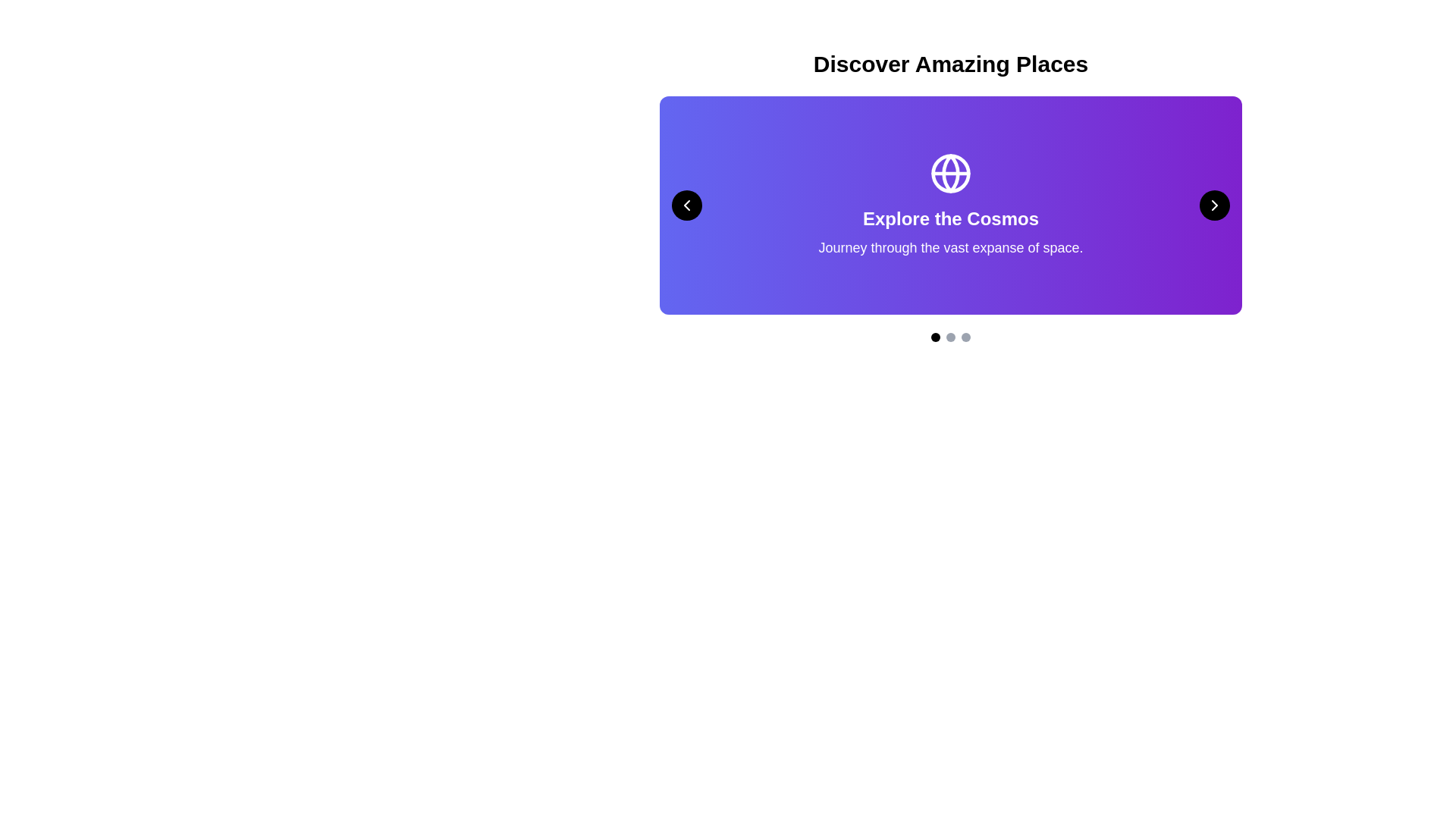  I want to click on the left-facing chevron icon inside the circular button with a black background, so click(686, 205).